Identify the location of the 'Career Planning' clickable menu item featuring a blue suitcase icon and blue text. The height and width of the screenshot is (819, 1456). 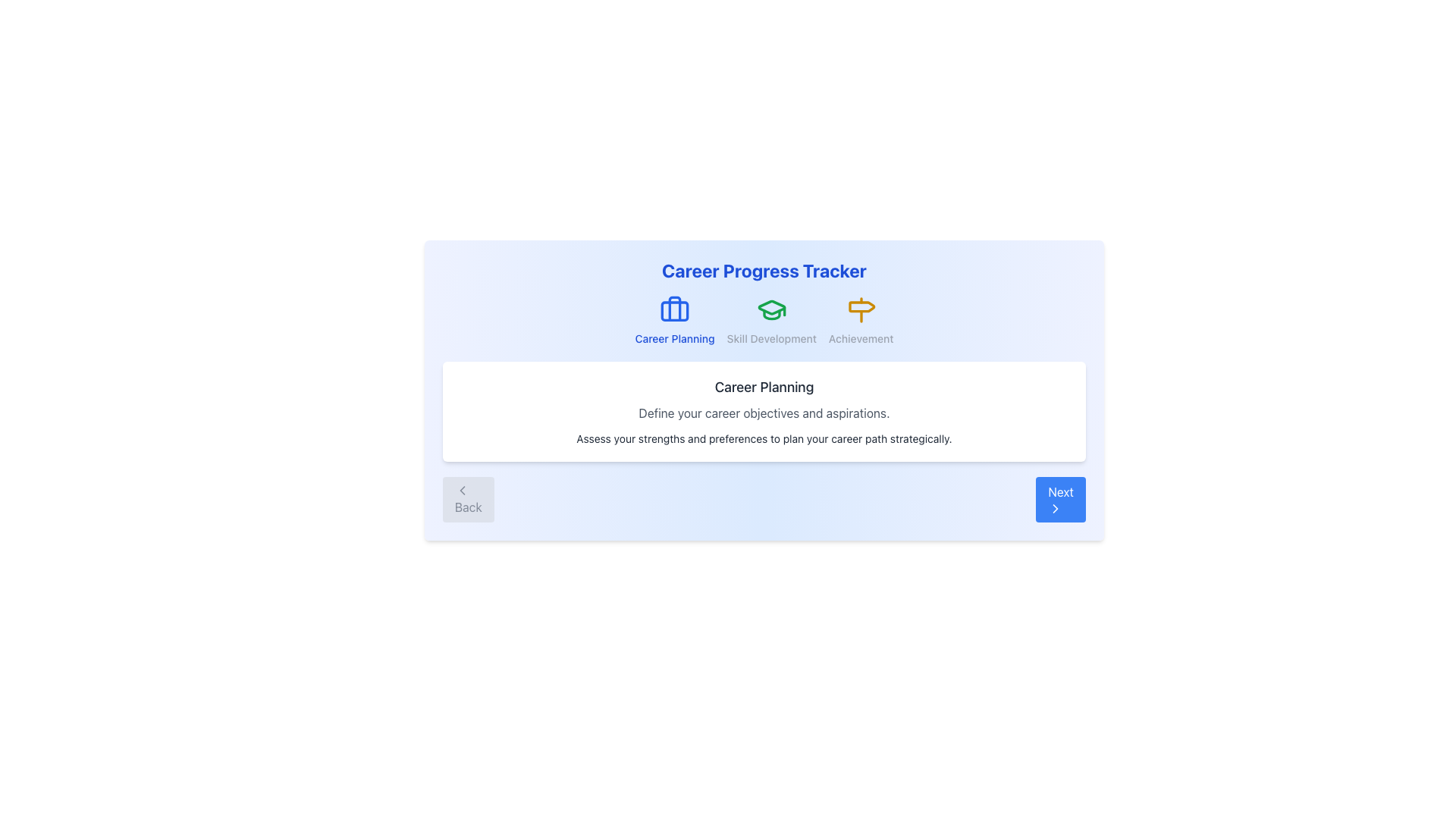
(673, 320).